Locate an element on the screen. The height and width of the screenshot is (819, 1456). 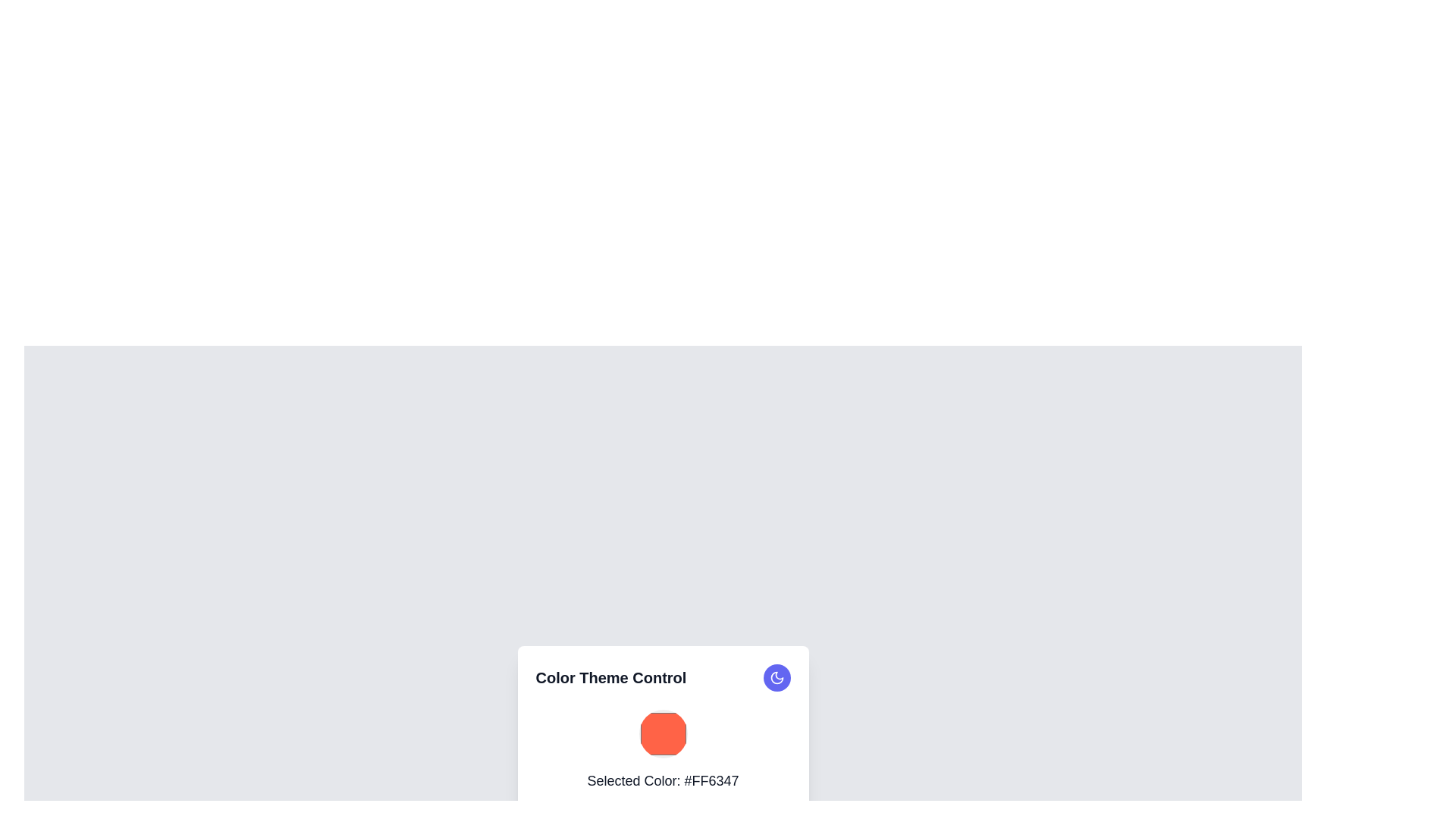
the moon icon located in the top-right area of the 'Color Theme Control' card is located at coordinates (777, 677).